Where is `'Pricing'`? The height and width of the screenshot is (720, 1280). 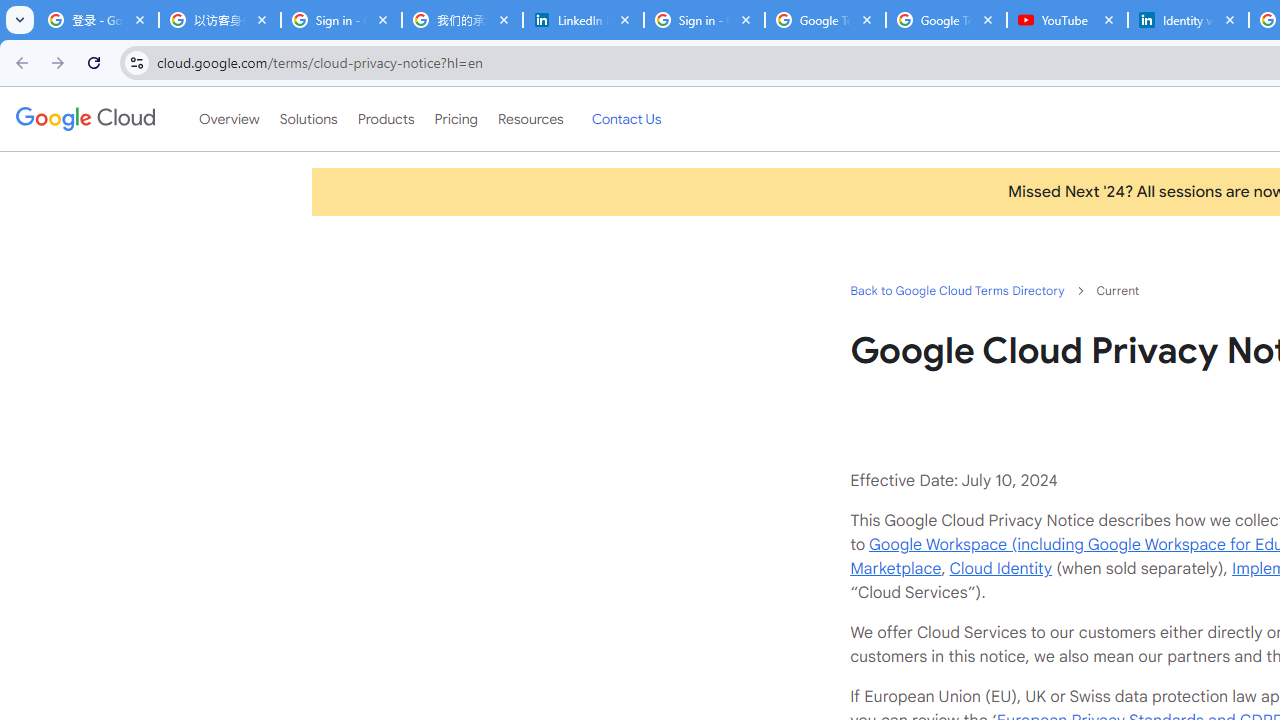
'Pricing' is located at coordinates (454, 119).